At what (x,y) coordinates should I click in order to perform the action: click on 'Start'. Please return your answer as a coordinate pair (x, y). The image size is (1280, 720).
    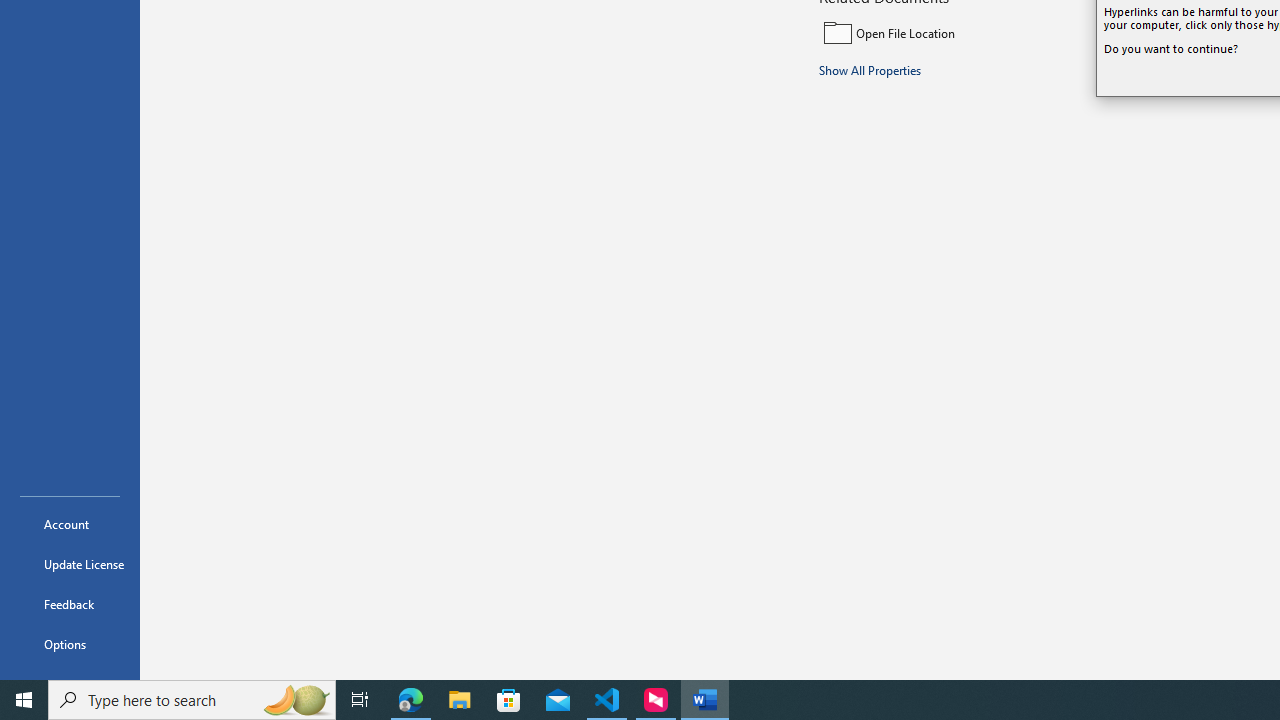
    Looking at the image, I should click on (24, 698).